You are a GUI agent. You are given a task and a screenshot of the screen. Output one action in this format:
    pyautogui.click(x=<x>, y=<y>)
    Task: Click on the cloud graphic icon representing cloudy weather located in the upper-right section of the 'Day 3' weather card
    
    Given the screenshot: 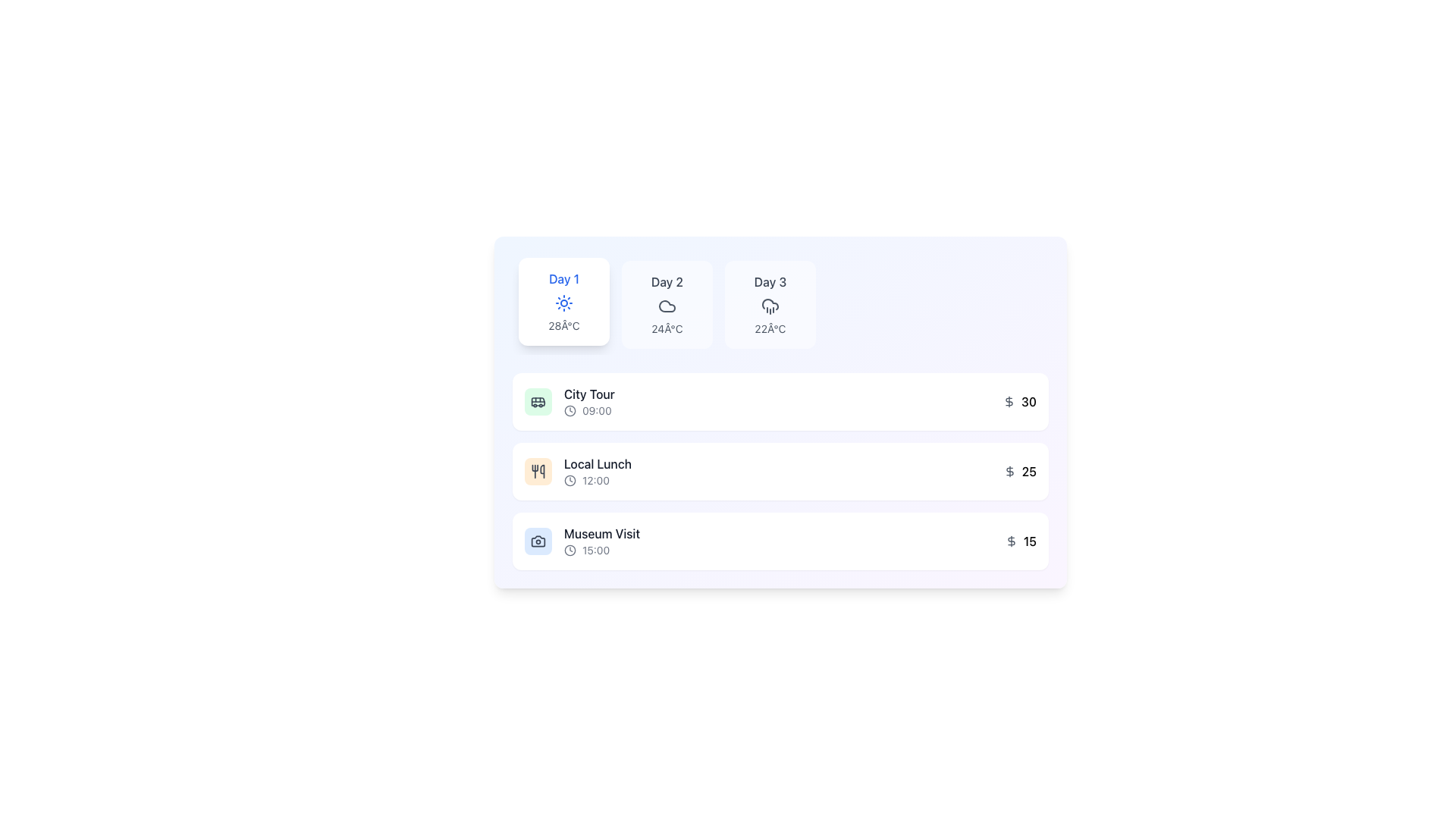 What is the action you would take?
    pyautogui.click(x=667, y=306)
    